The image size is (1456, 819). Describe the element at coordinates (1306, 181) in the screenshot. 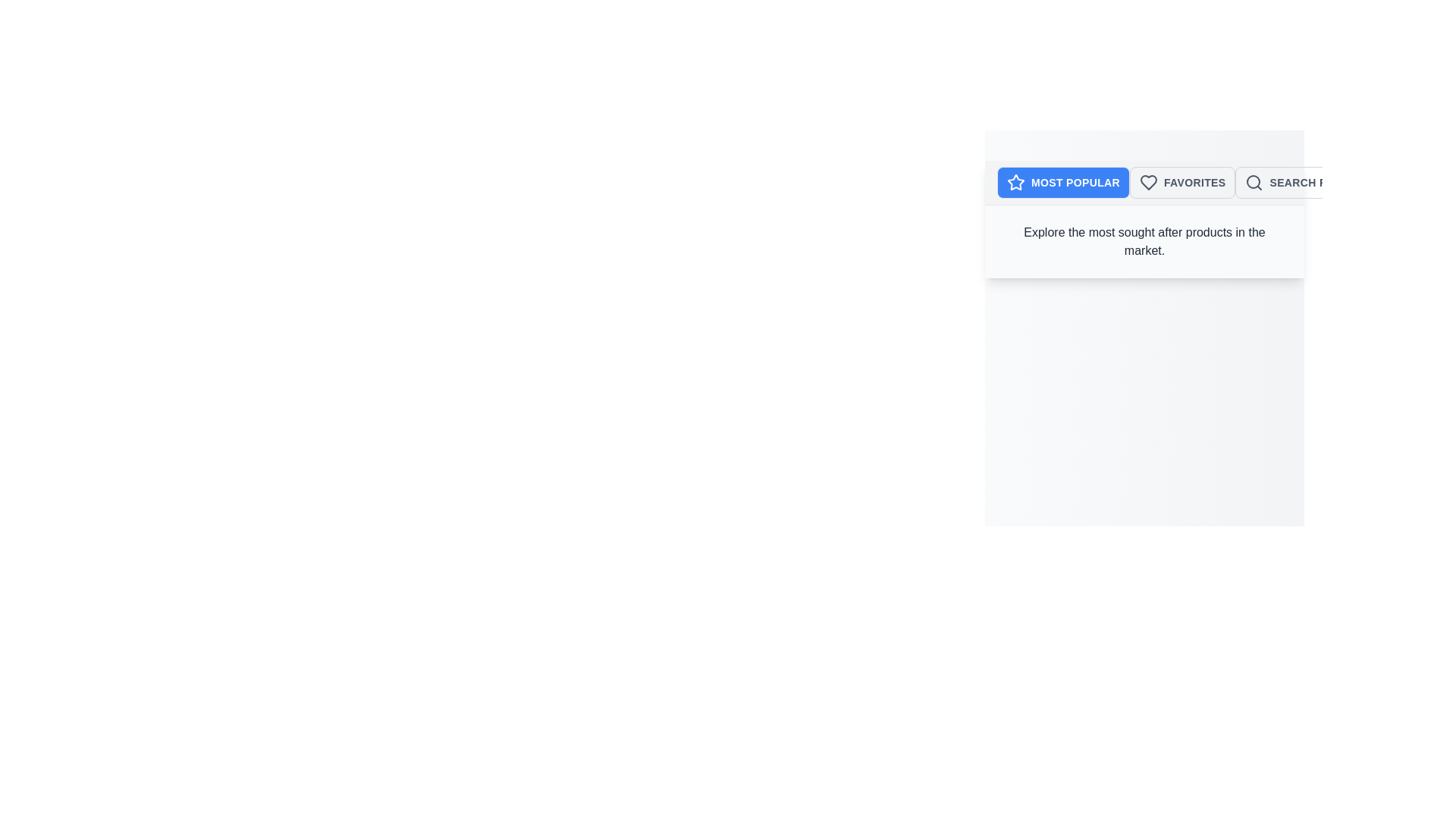

I see `the Search Results tab to explore the corresponding category` at that location.